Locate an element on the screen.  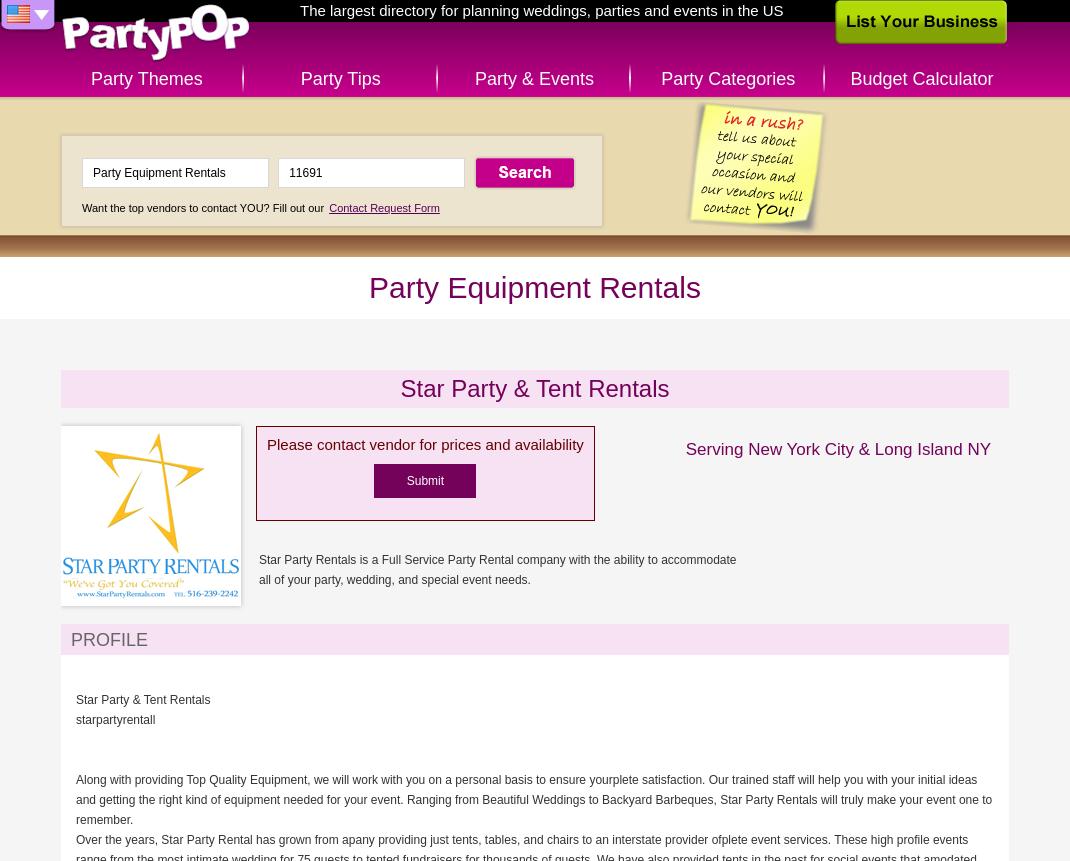
'Party Equipment Rentals' is located at coordinates (368, 287).